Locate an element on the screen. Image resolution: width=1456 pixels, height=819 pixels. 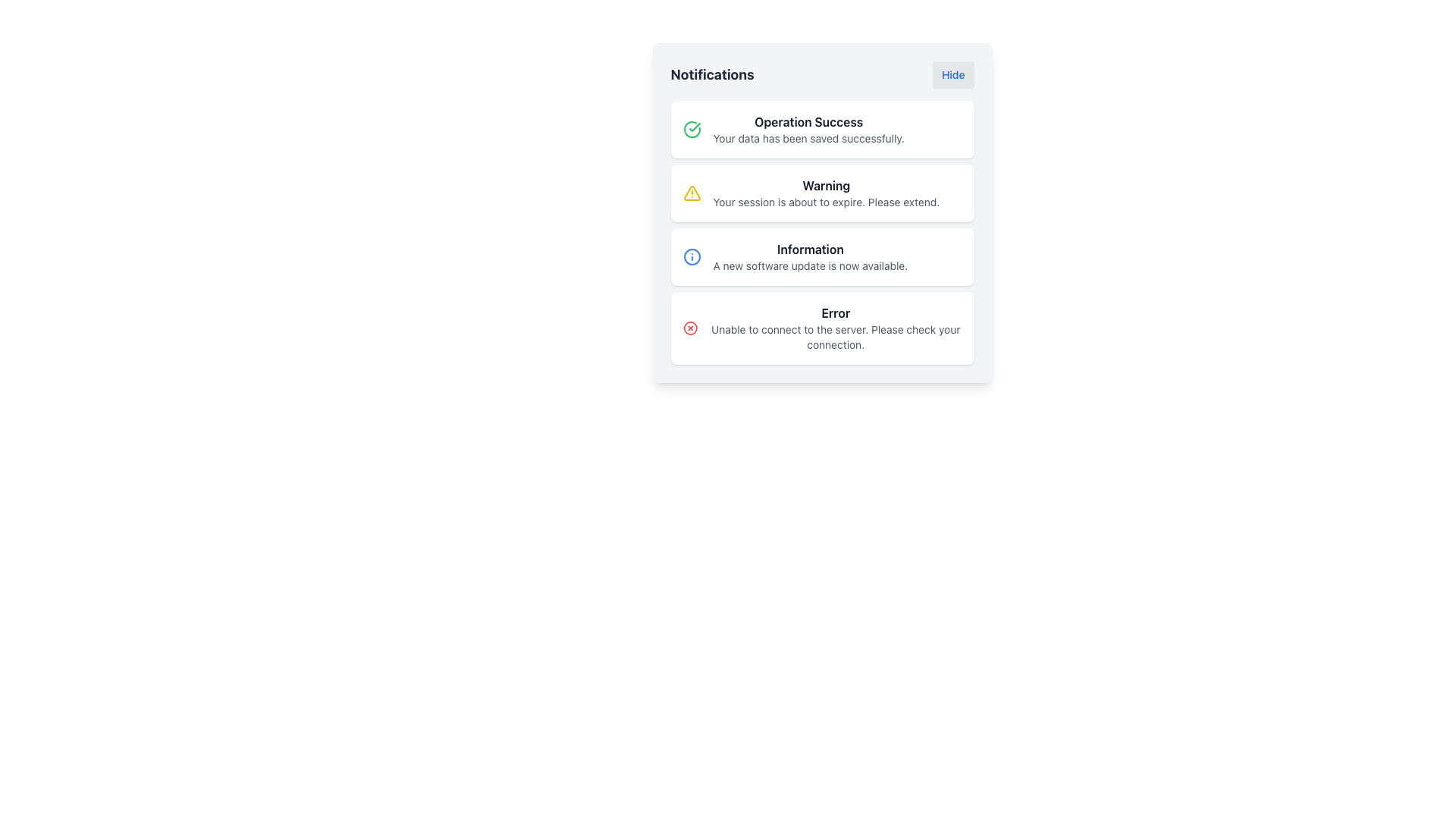
the 'Error' notification icon, which is located at the left edge of the last notification card and is directly aligned to the left of the notification's text content is located at coordinates (689, 327).